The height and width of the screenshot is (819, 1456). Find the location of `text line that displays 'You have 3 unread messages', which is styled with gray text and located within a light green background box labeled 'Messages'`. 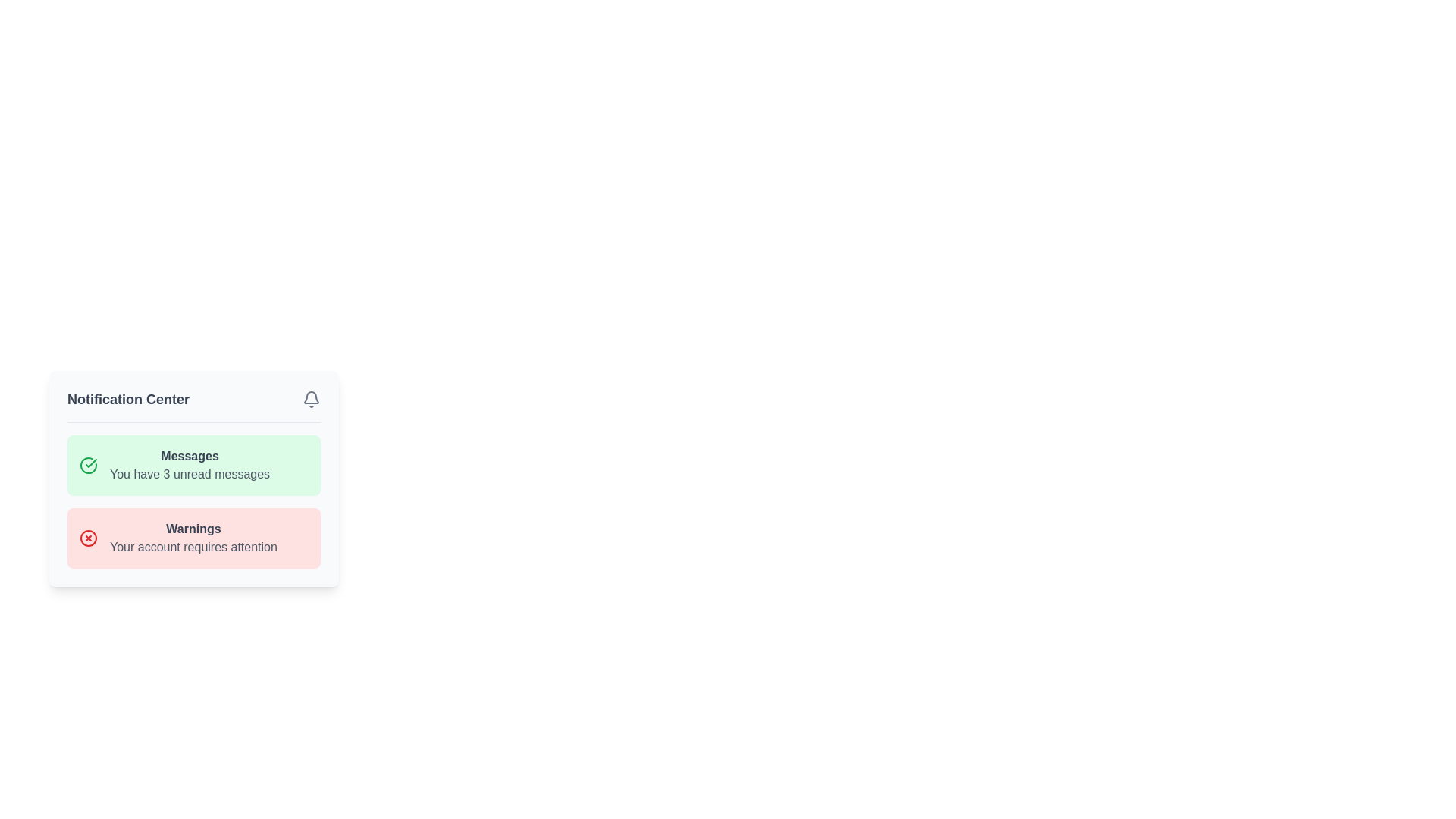

text line that displays 'You have 3 unread messages', which is styled with gray text and located within a light green background box labeled 'Messages' is located at coordinates (189, 473).